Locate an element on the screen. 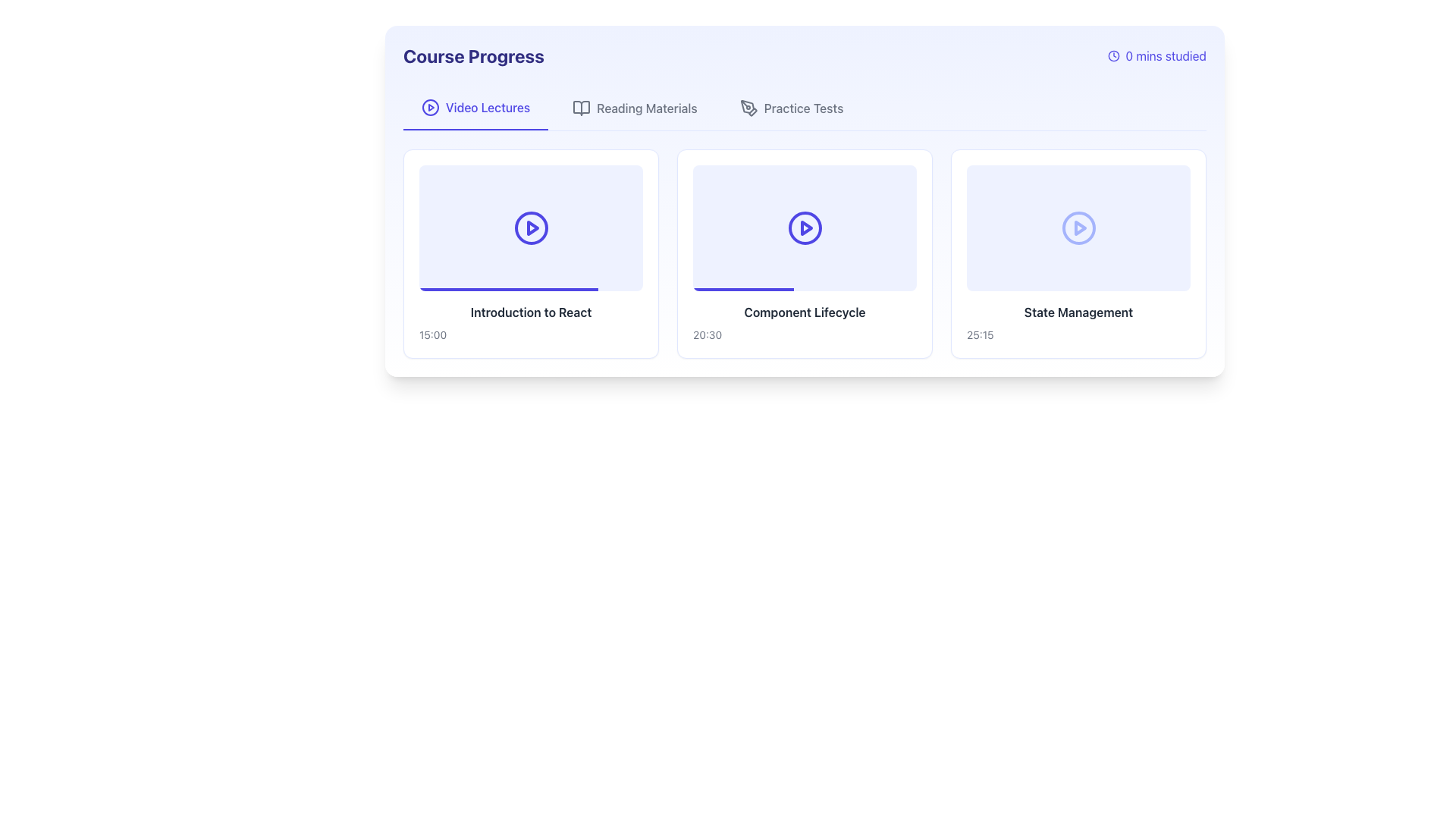  the circular icon containing the triangular play symbol, which serves as the button to start video content for the second course topic in the 'Course Progress' section is located at coordinates (805, 227).